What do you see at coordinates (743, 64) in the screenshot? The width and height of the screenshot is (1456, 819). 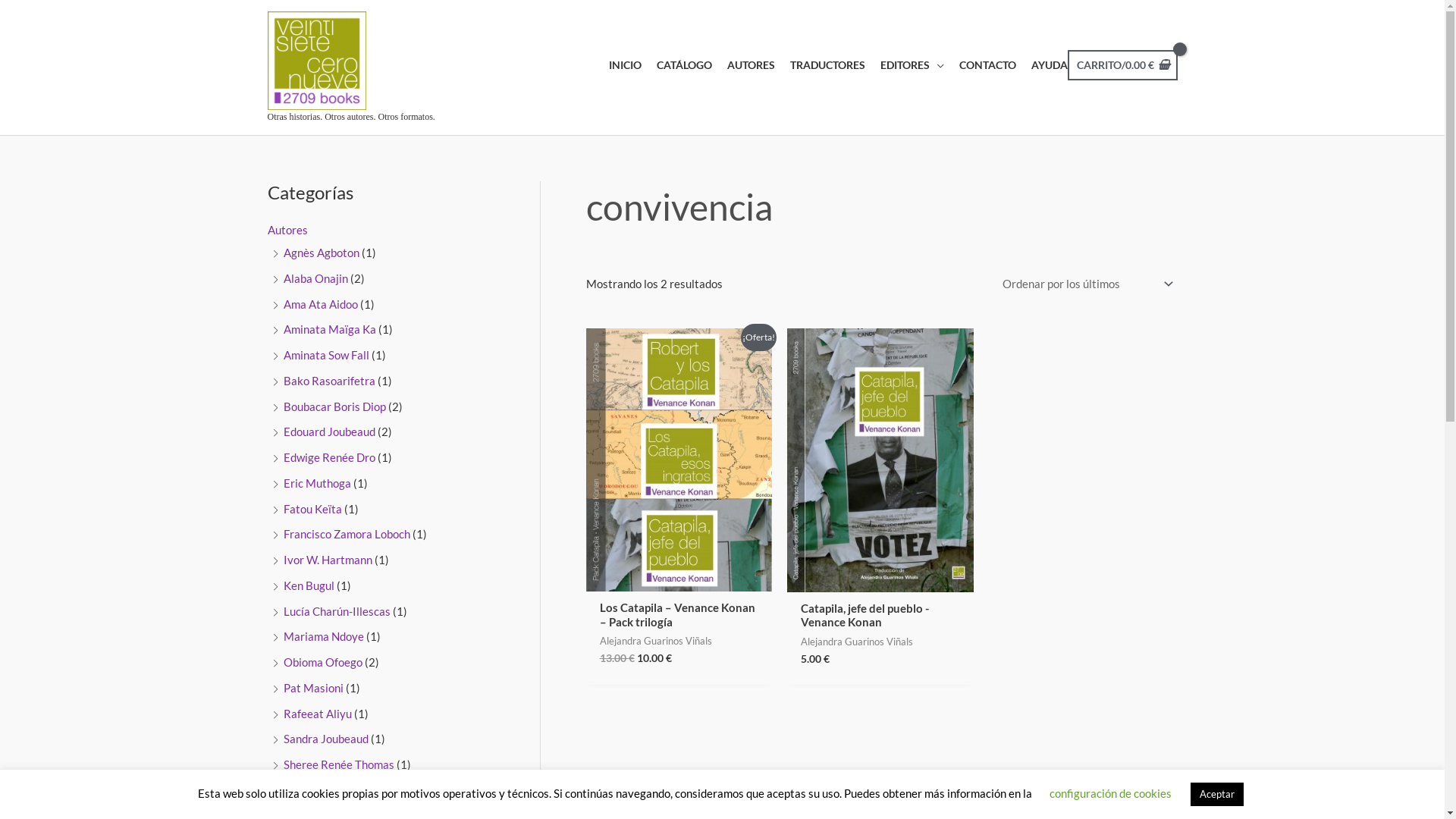 I see `'AUTORES'` at bounding box center [743, 64].